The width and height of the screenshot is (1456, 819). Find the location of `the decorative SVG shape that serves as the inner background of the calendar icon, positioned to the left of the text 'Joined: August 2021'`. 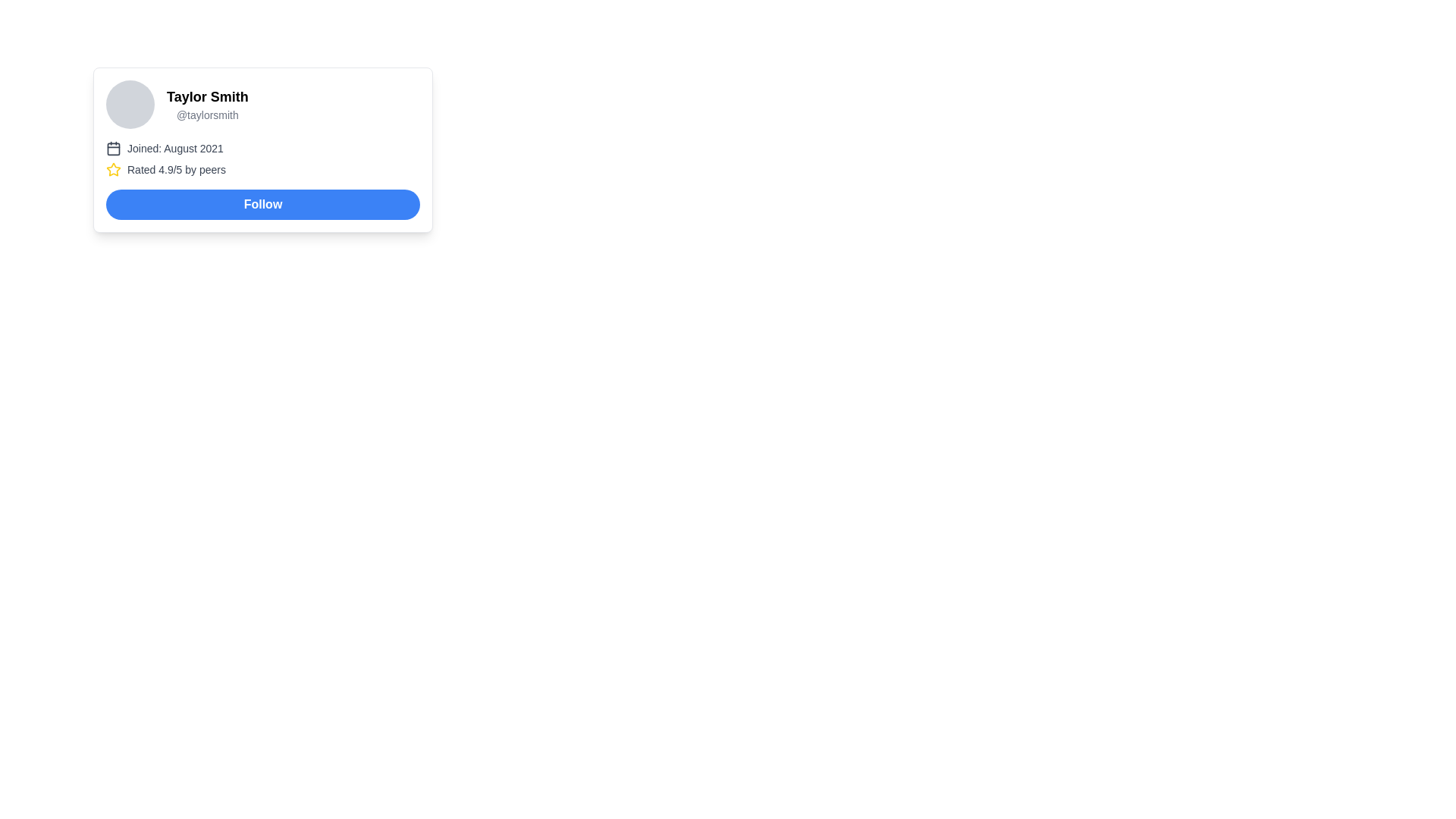

the decorative SVG shape that serves as the inner background of the calendar icon, positioned to the left of the text 'Joined: August 2021' is located at coordinates (112, 149).